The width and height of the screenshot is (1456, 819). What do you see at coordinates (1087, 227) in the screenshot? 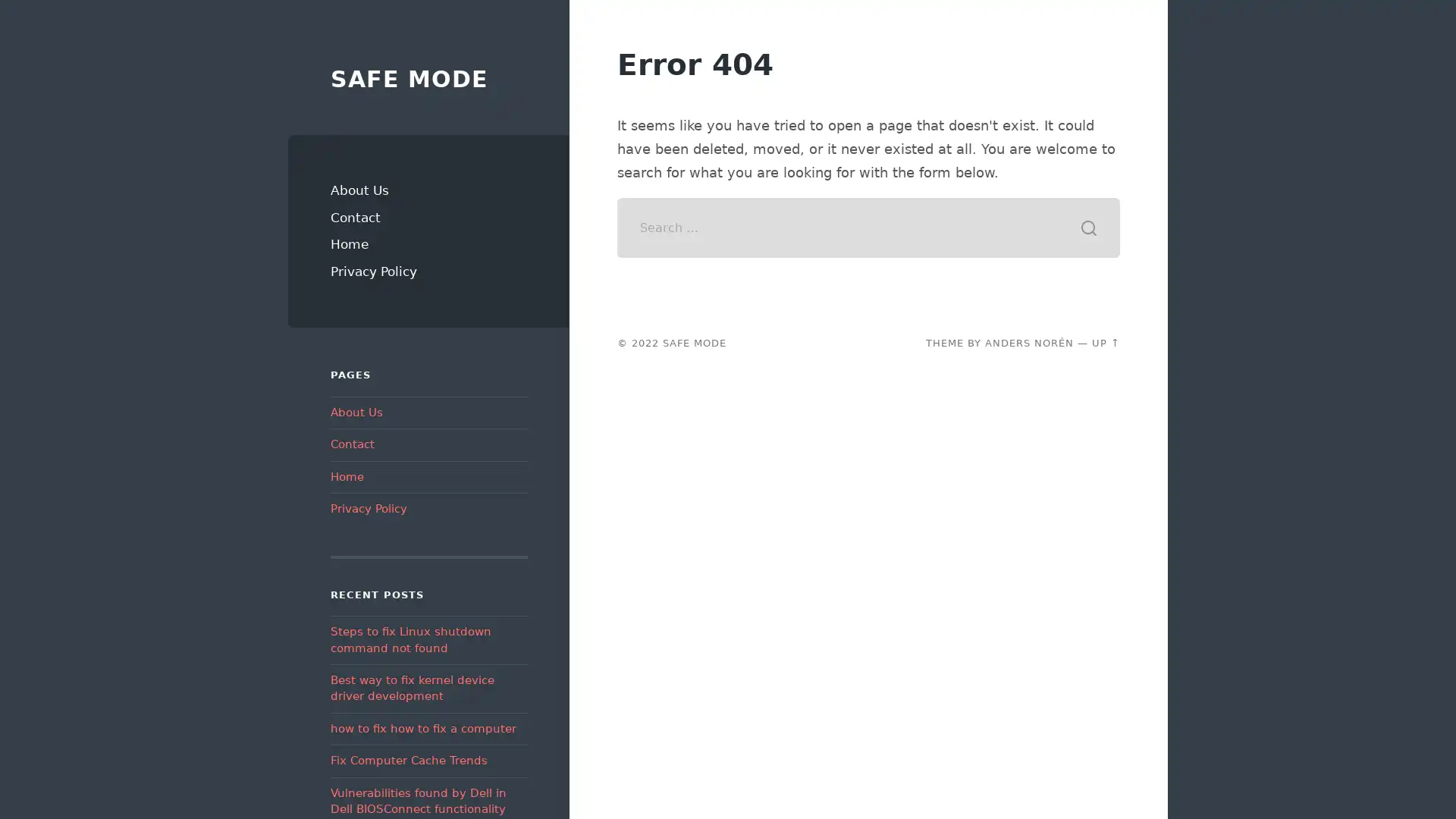
I see `Search` at bounding box center [1087, 227].